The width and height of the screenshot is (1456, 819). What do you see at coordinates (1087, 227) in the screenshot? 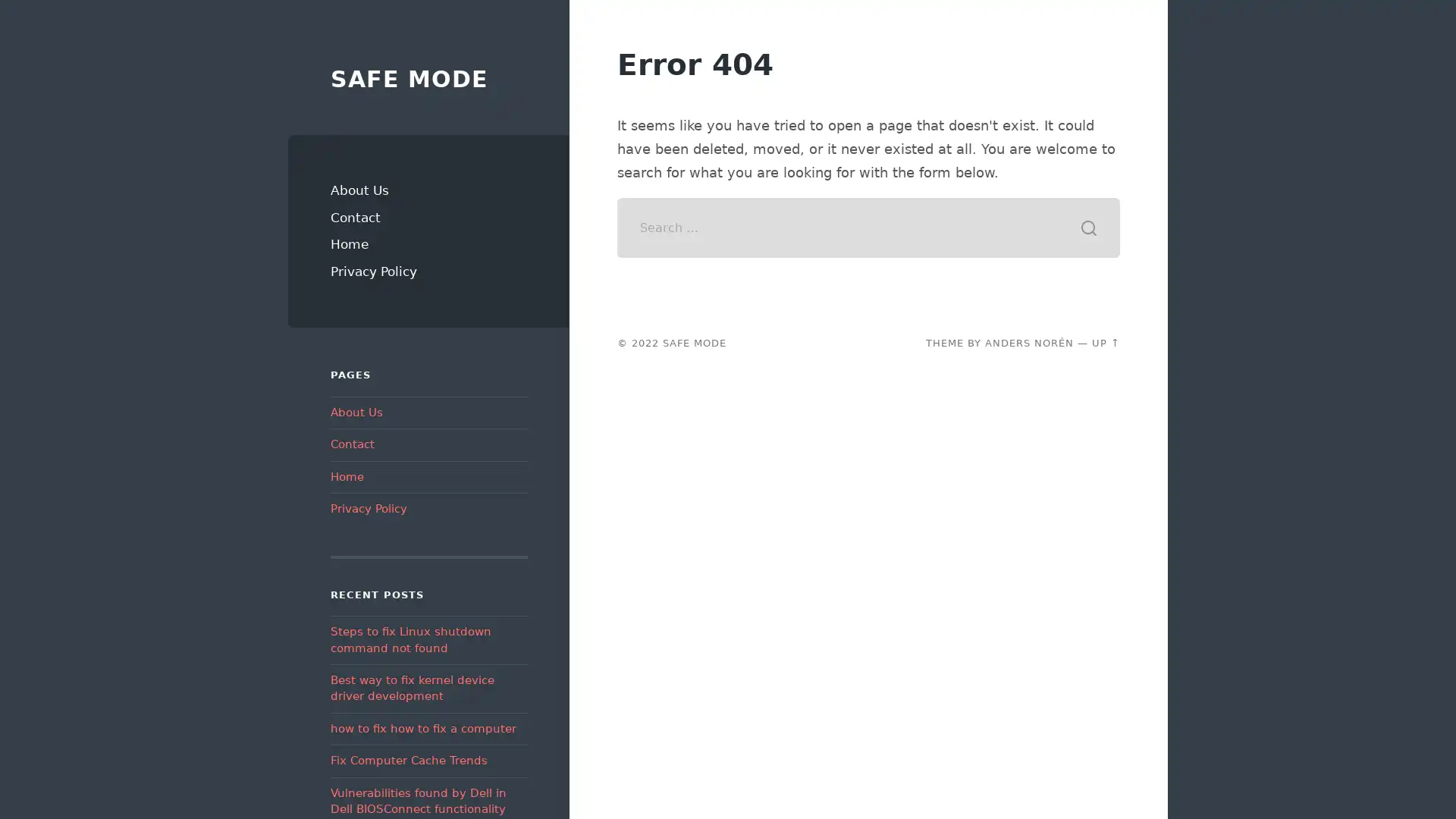
I see `Search` at bounding box center [1087, 227].